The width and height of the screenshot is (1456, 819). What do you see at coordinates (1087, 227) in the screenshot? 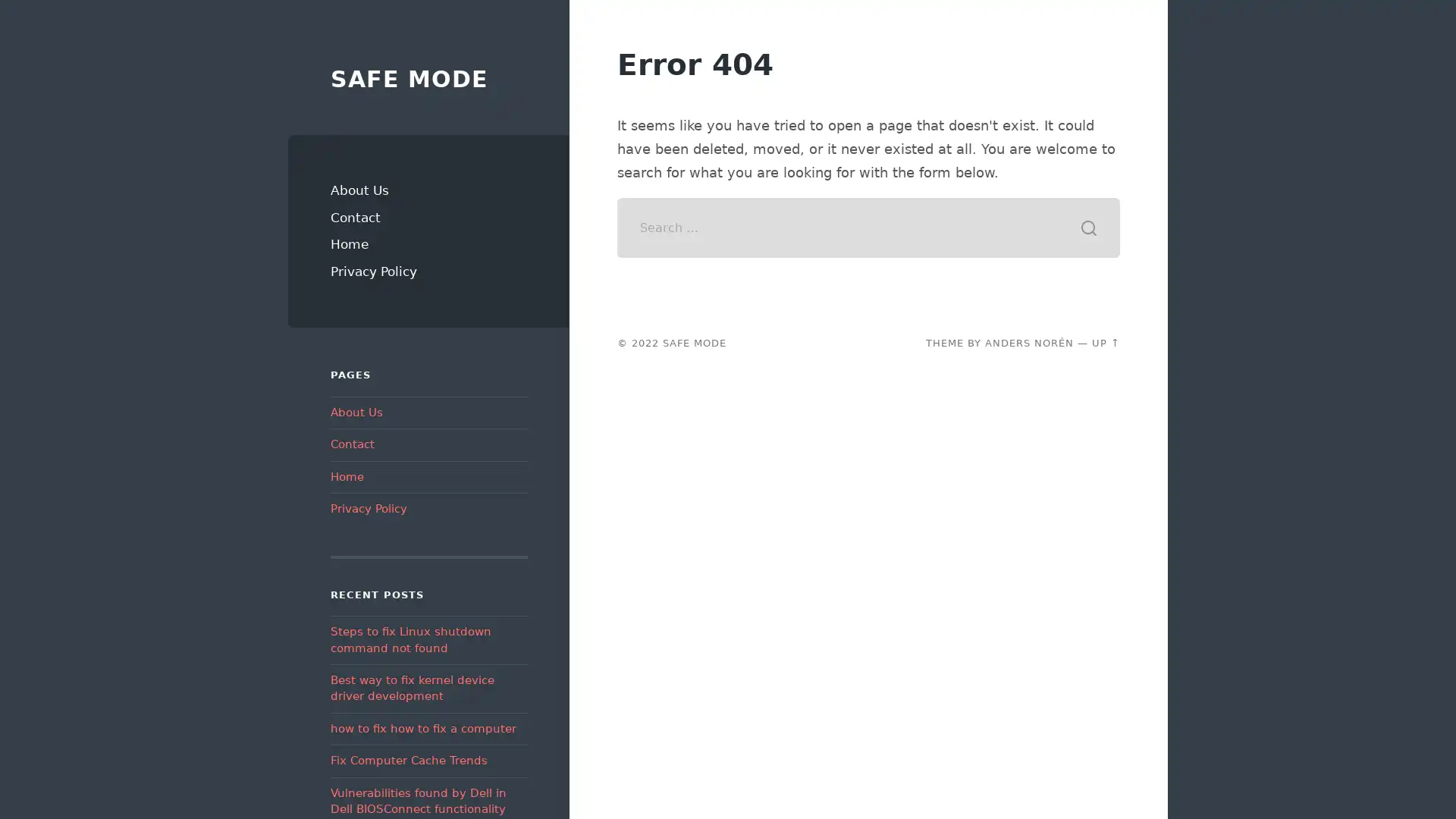
I see `Search` at bounding box center [1087, 227].